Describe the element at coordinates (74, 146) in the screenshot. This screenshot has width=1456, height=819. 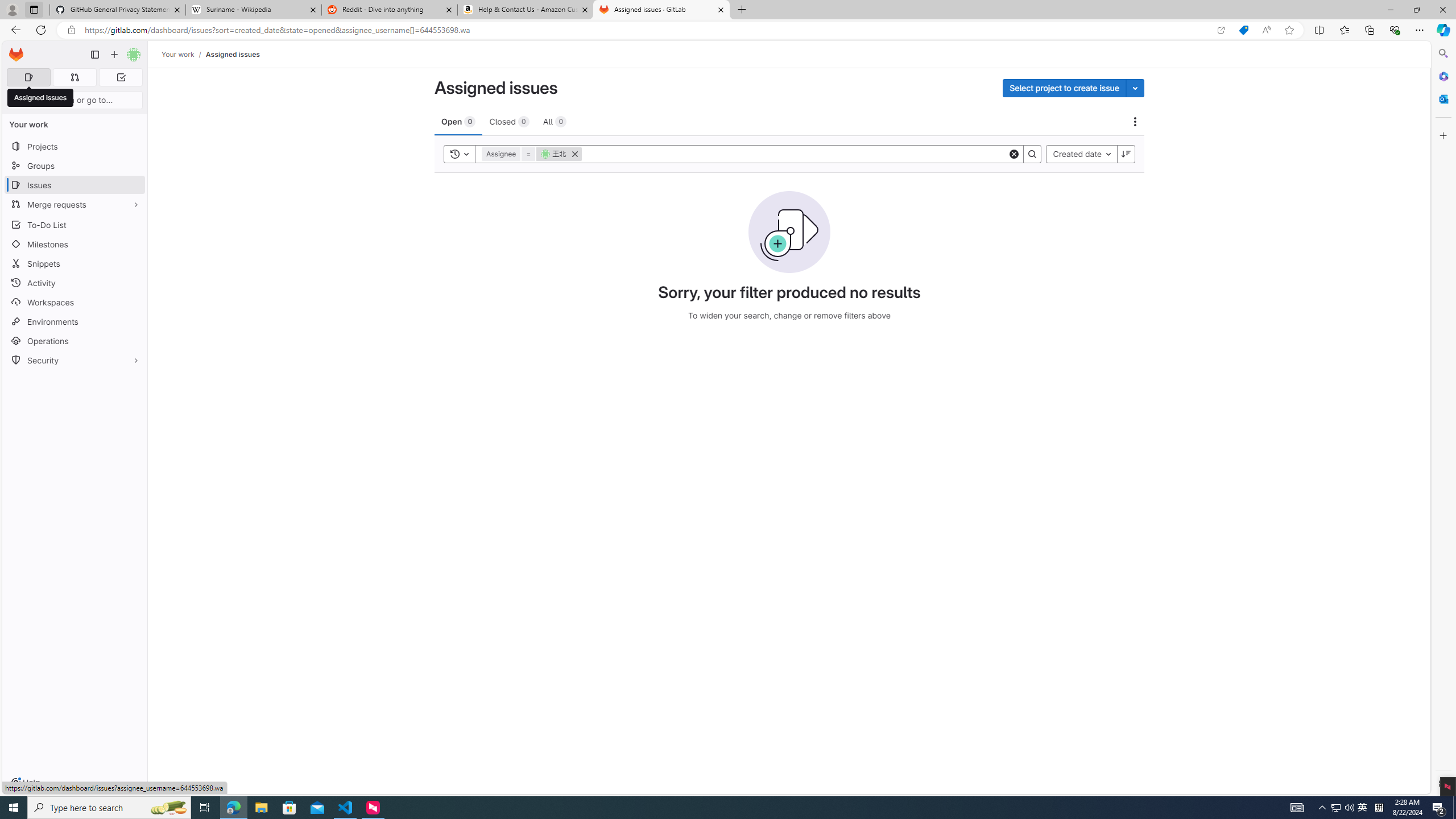
I see `'Projects'` at that location.